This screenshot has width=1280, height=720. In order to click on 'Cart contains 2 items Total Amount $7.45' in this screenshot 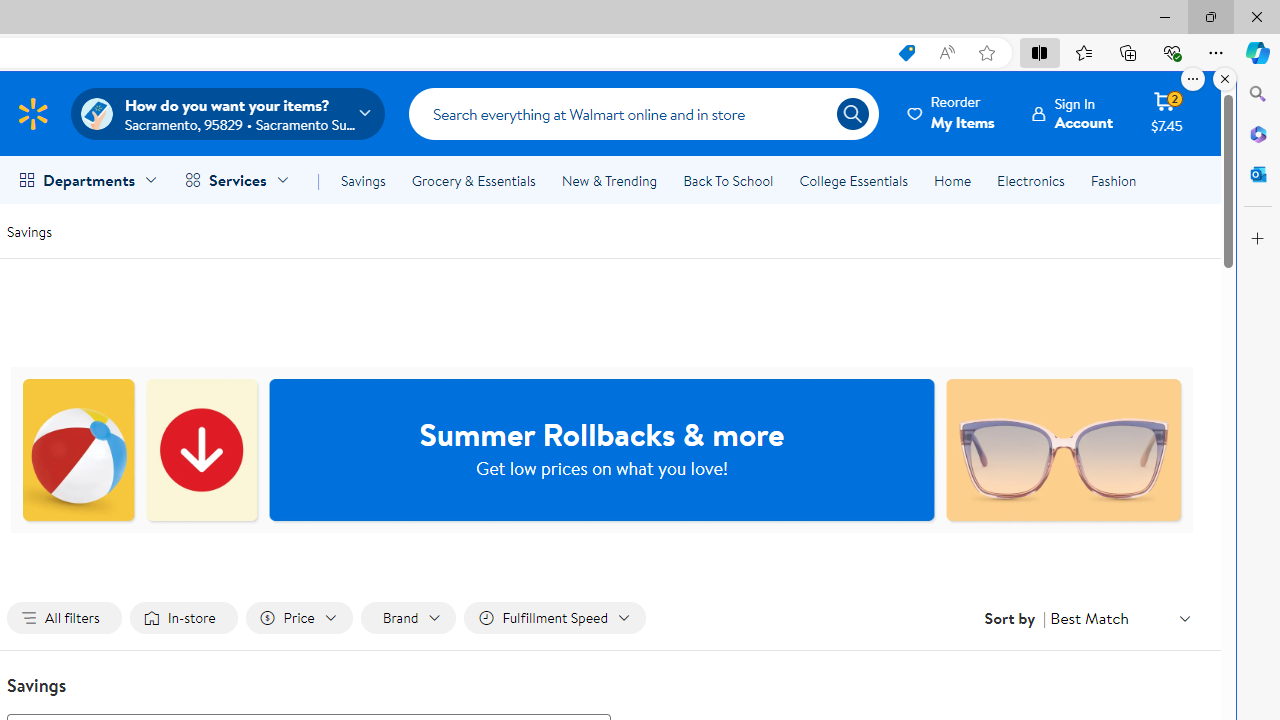, I will do `click(1166, 113)`.